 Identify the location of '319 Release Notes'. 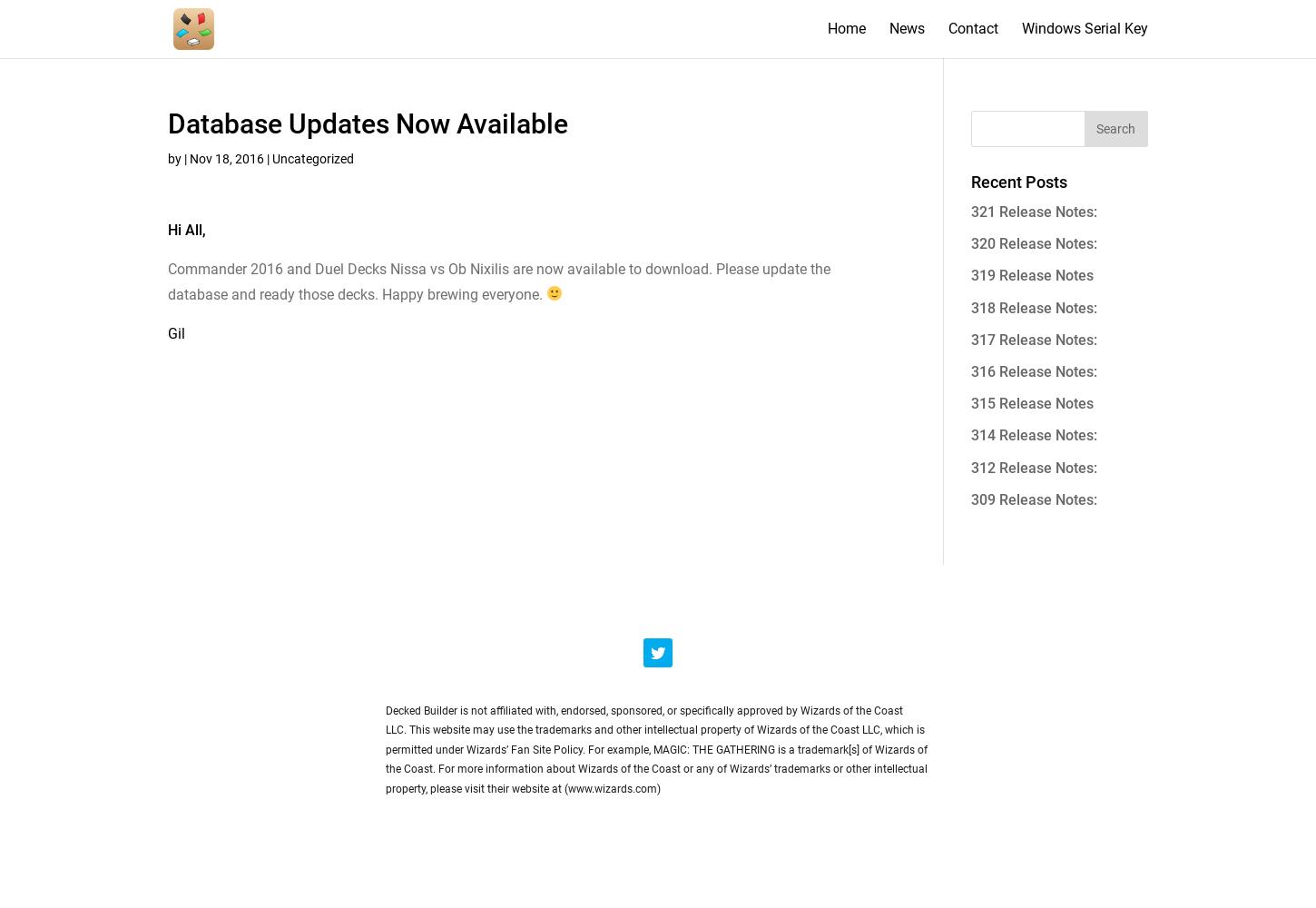
(1030, 275).